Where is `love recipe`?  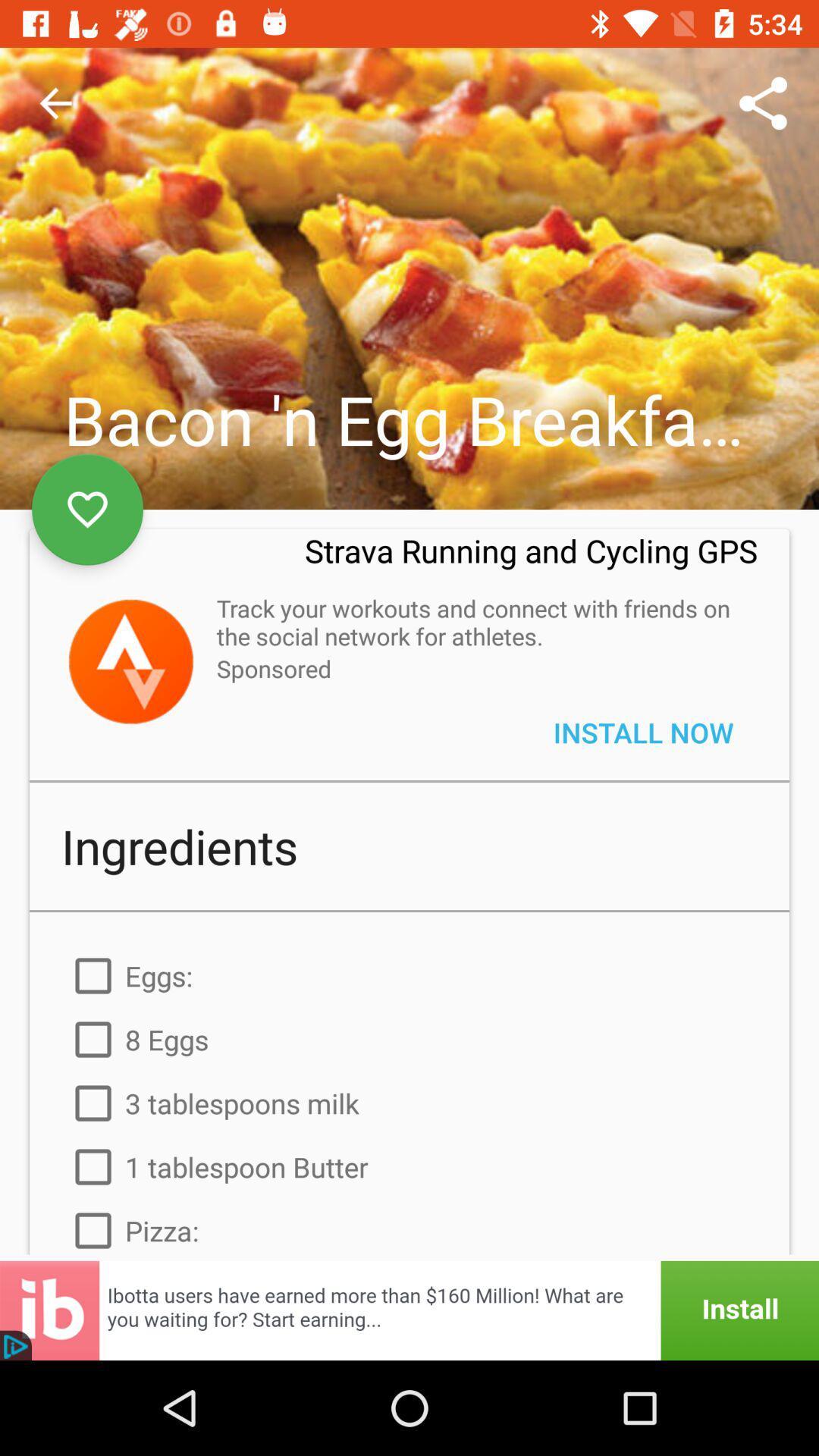
love recipe is located at coordinates (87, 510).